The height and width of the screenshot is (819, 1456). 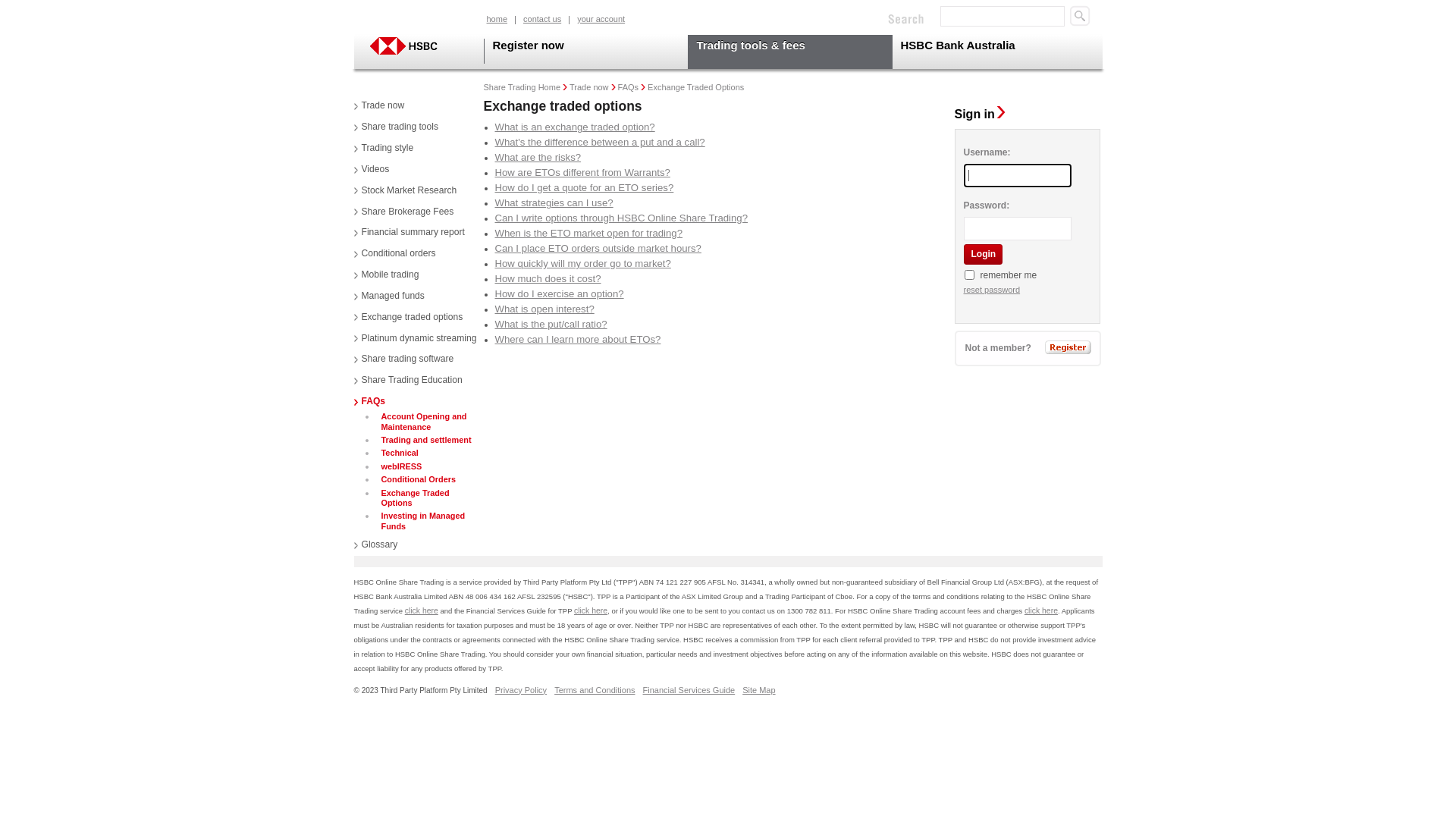 I want to click on 'How much does it cost?', so click(x=546, y=278).